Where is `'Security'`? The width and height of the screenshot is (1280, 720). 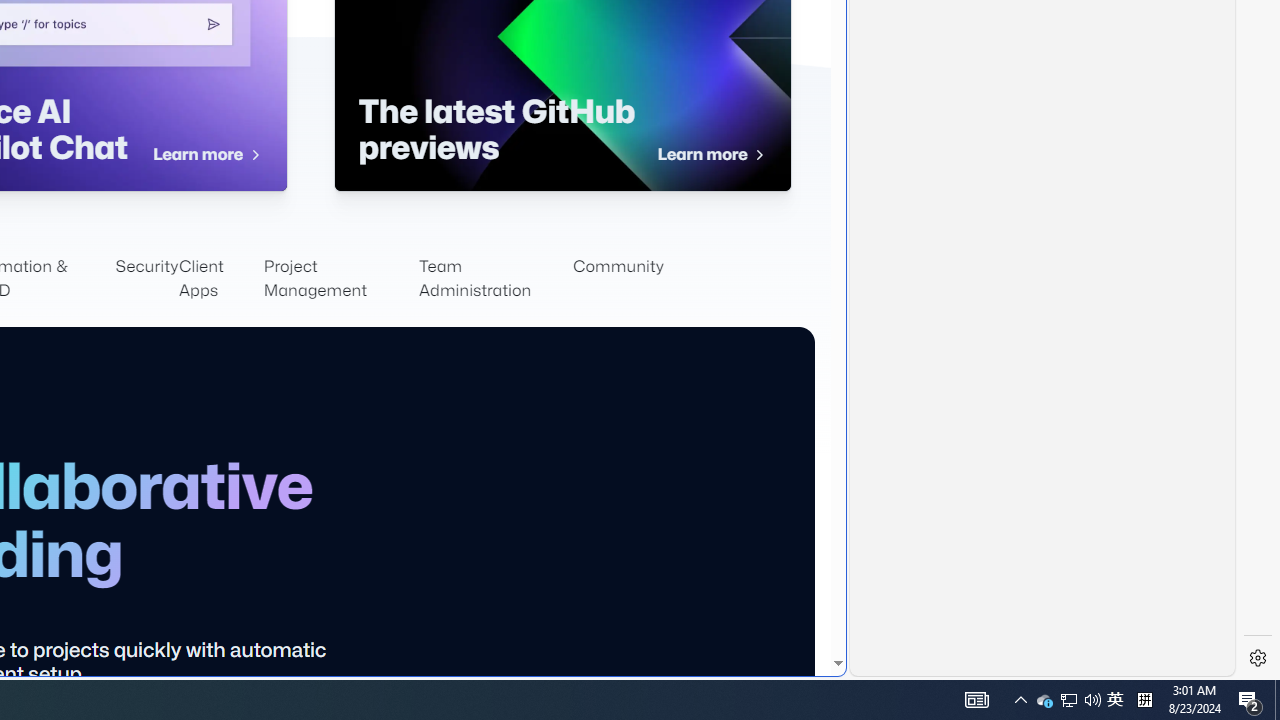 'Security' is located at coordinates (146, 279).